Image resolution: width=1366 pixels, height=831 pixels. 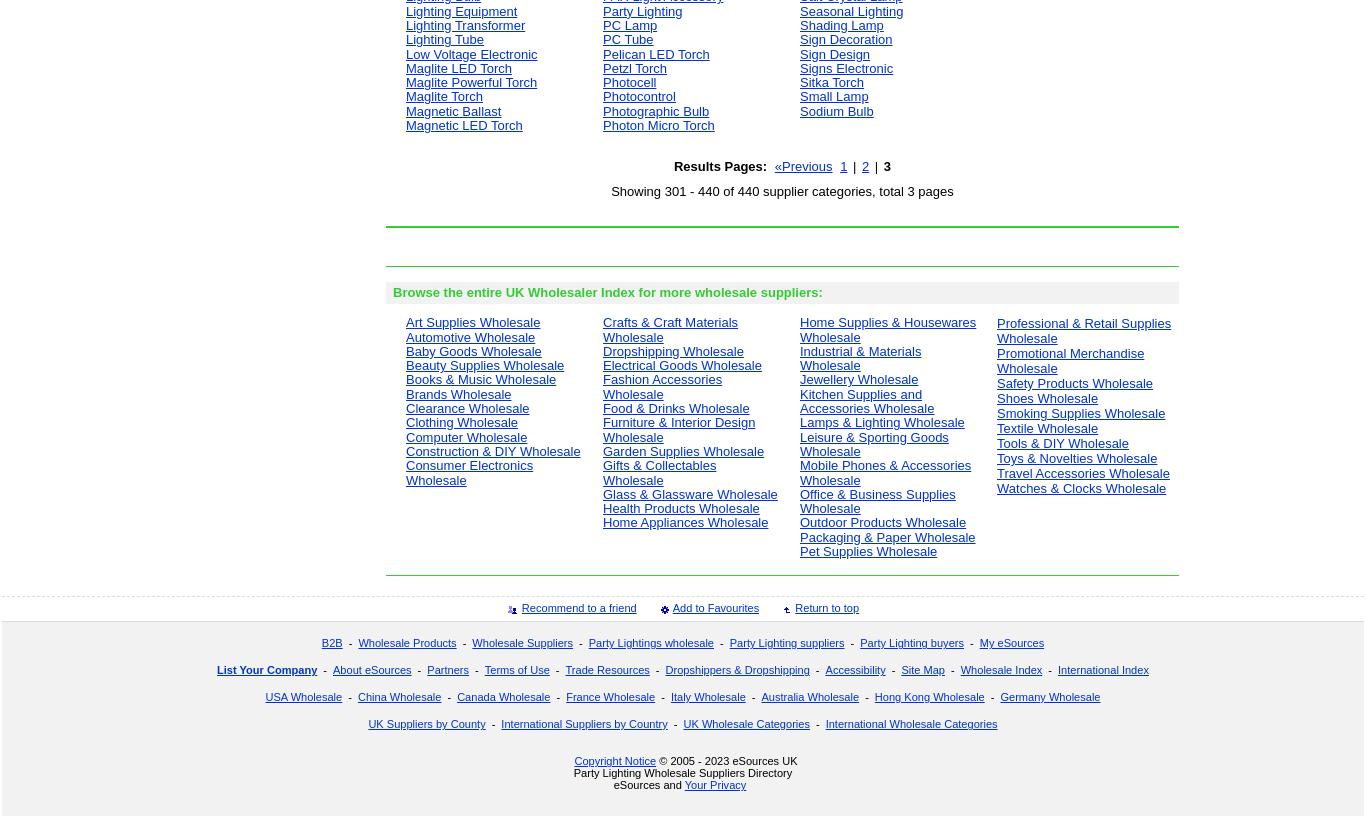 I want to click on 'Australia Wholesale', so click(x=809, y=695).